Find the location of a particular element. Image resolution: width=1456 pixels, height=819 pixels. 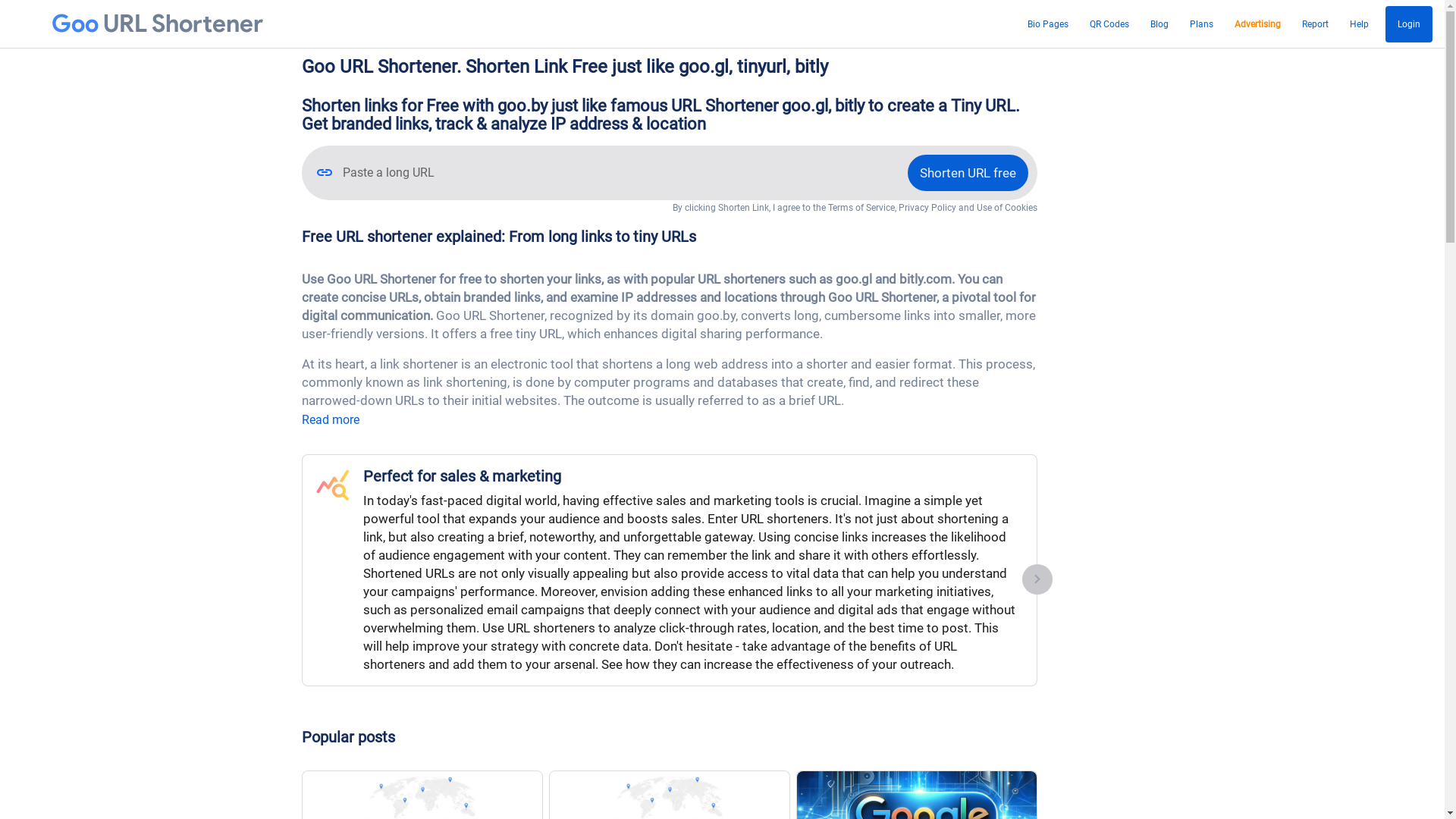

'Plans' is located at coordinates (1200, 24).